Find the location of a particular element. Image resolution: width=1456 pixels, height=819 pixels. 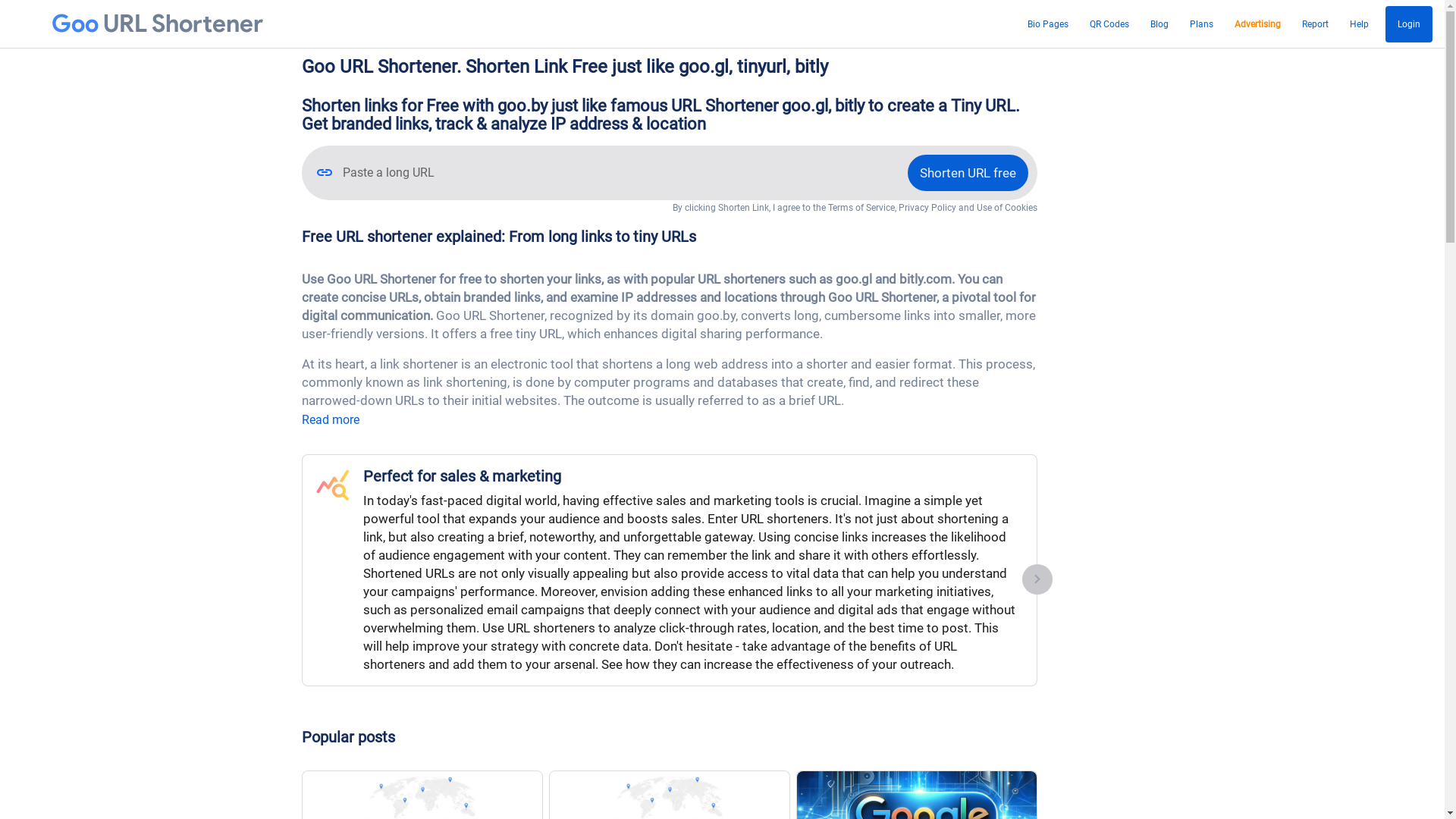

'Plans' is located at coordinates (1200, 24).